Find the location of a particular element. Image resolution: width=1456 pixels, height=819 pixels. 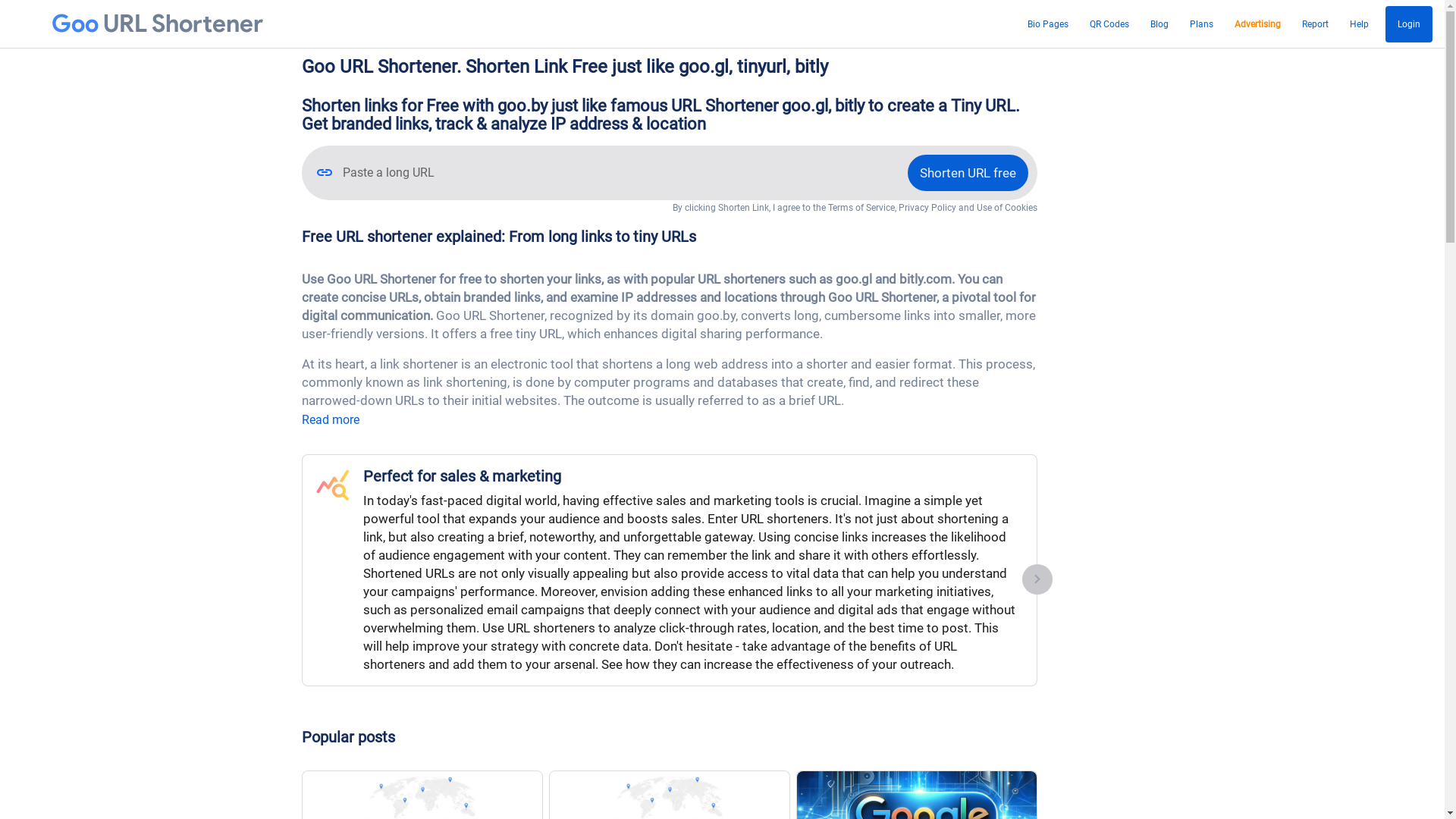

'Plans' is located at coordinates (1200, 24).